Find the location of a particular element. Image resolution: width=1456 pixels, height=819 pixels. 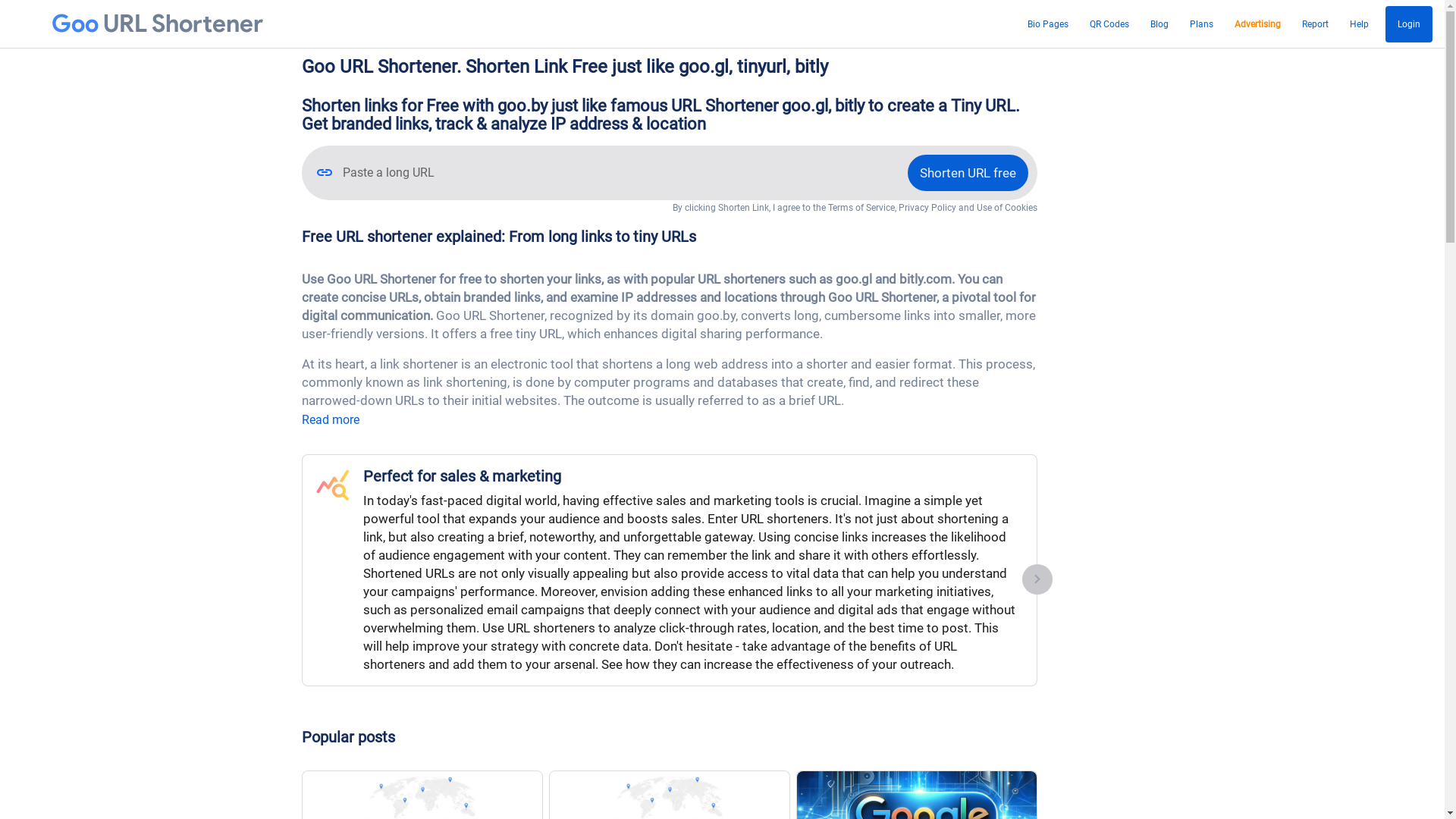

'Plans' is located at coordinates (1200, 24).